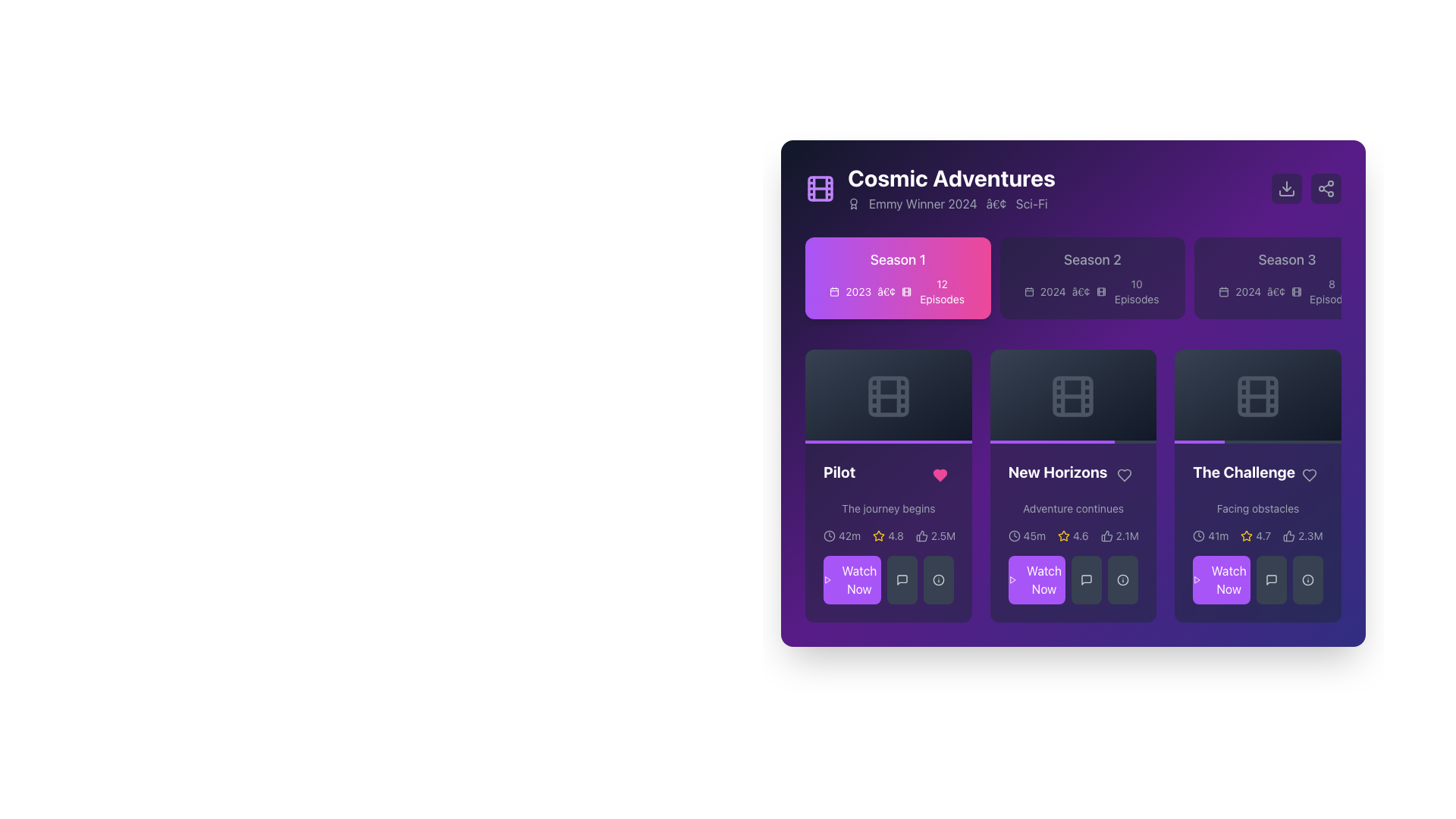 The width and height of the screenshot is (1456, 819). Describe the element at coordinates (1029, 292) in the screenshot. I see `the rectangular shape with rounded corners located in the top-left corner of the calendar icon that represents seasons and episodes for a TV show` at that location.